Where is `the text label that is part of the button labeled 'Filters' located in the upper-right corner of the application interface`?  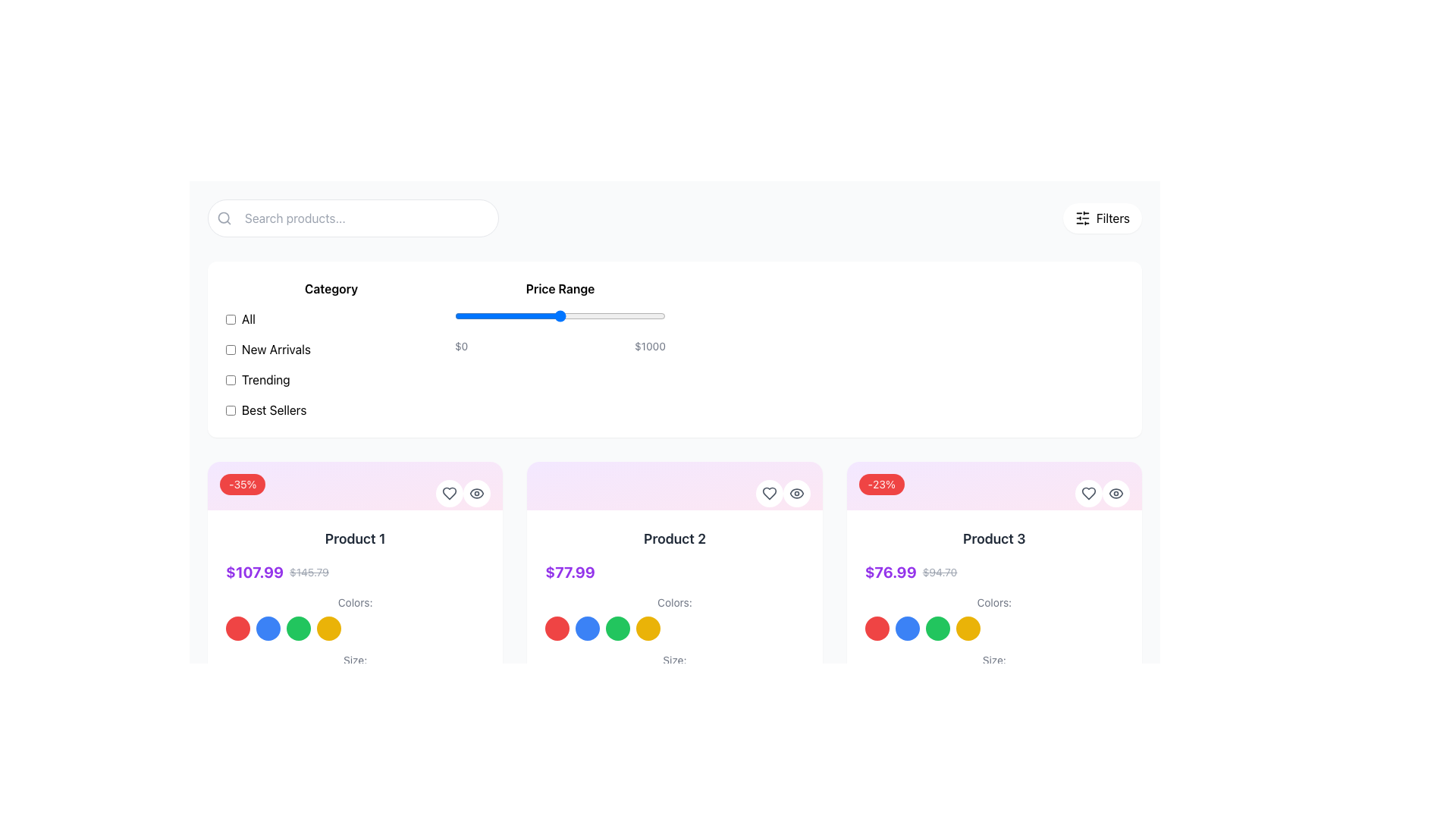
the text label that is part of the button labeled 'Filters' located in the upper-right corner of the application interface is located at coordinates (1113, 218).